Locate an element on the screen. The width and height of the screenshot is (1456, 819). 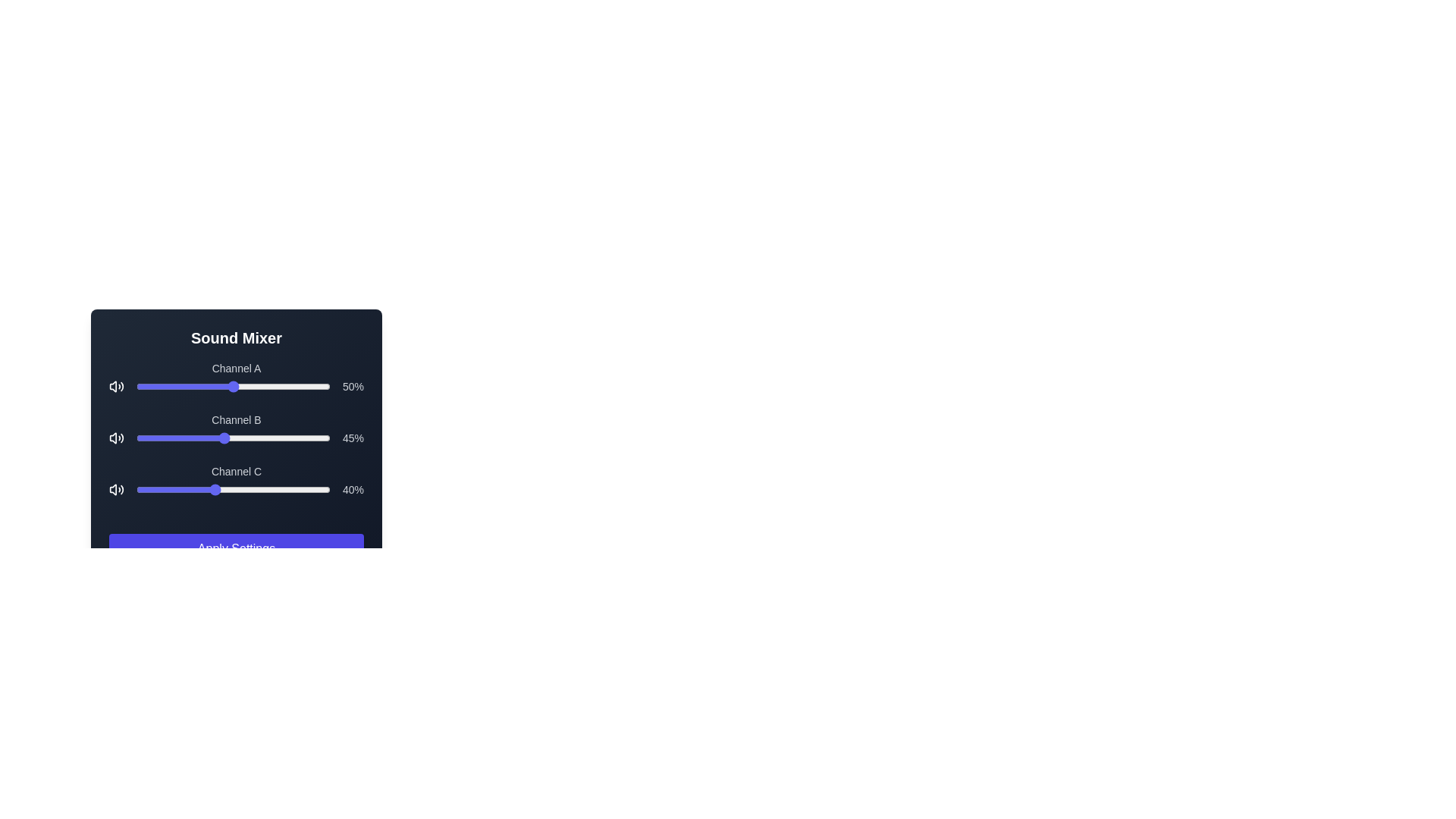
Channel C volume is located at coordinates (274, 489).